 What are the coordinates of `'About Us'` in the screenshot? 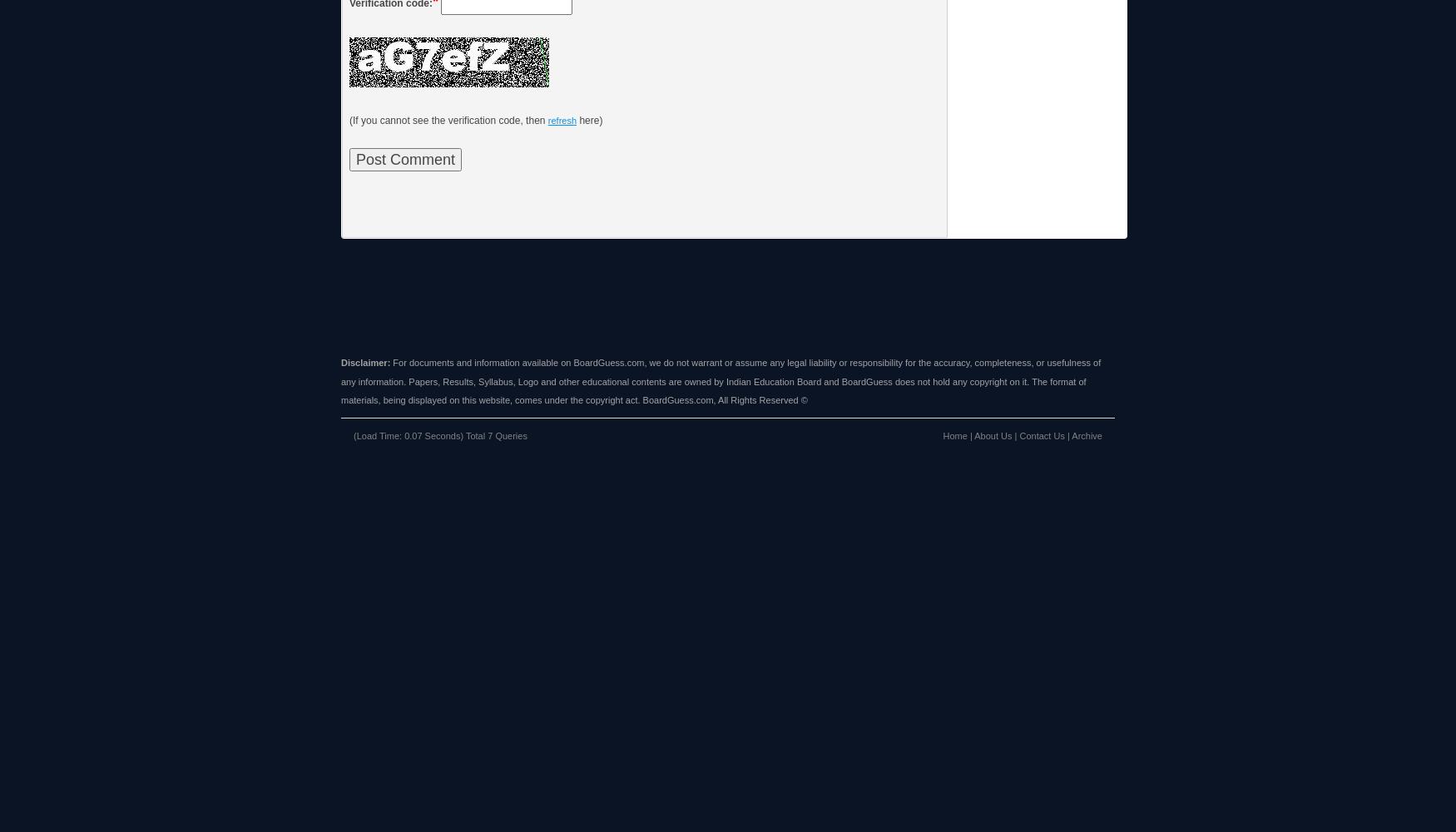 It's located at (973, 435).